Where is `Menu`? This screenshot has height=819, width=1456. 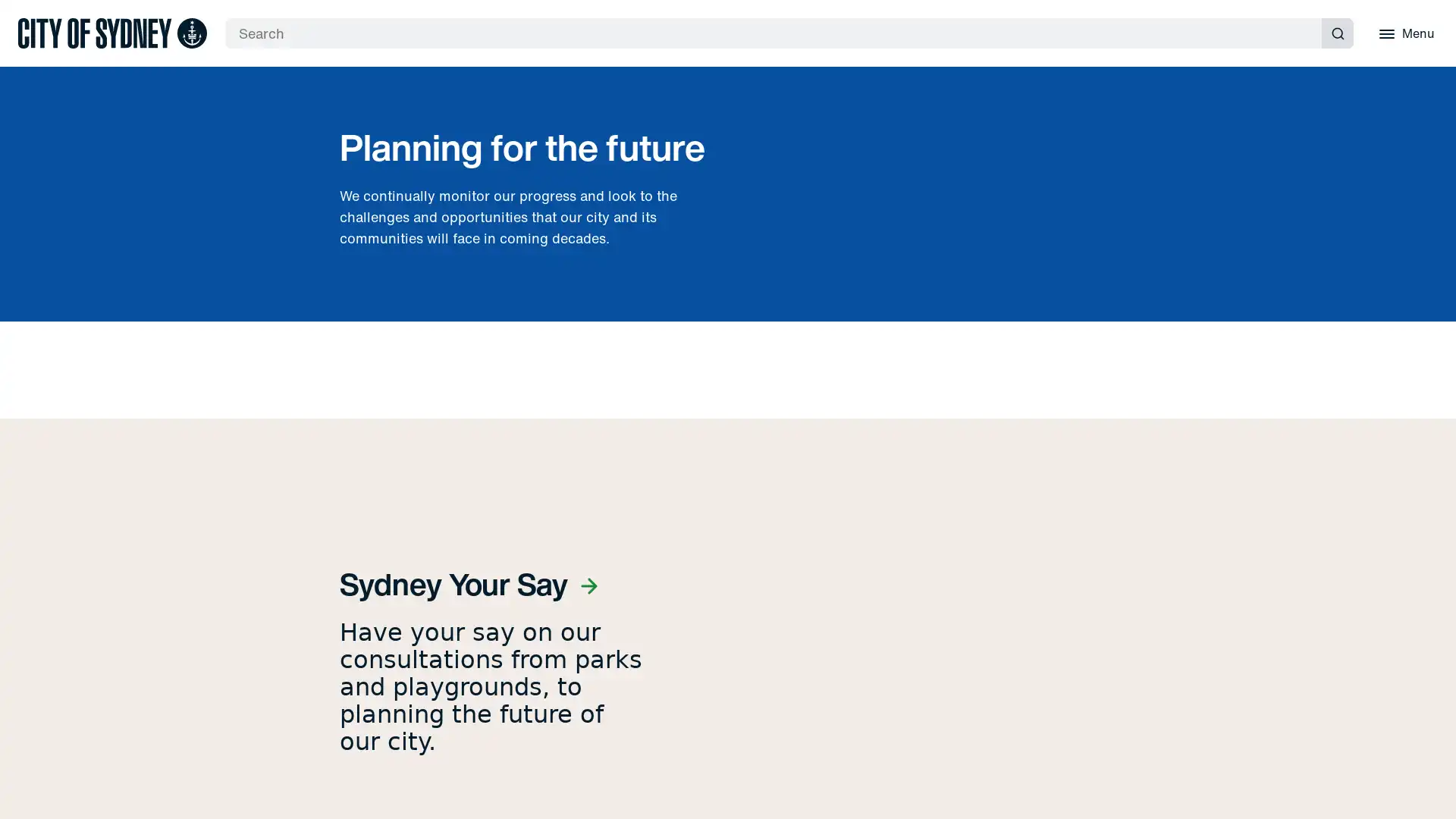 Menu is located at coordinates (1404, 33).